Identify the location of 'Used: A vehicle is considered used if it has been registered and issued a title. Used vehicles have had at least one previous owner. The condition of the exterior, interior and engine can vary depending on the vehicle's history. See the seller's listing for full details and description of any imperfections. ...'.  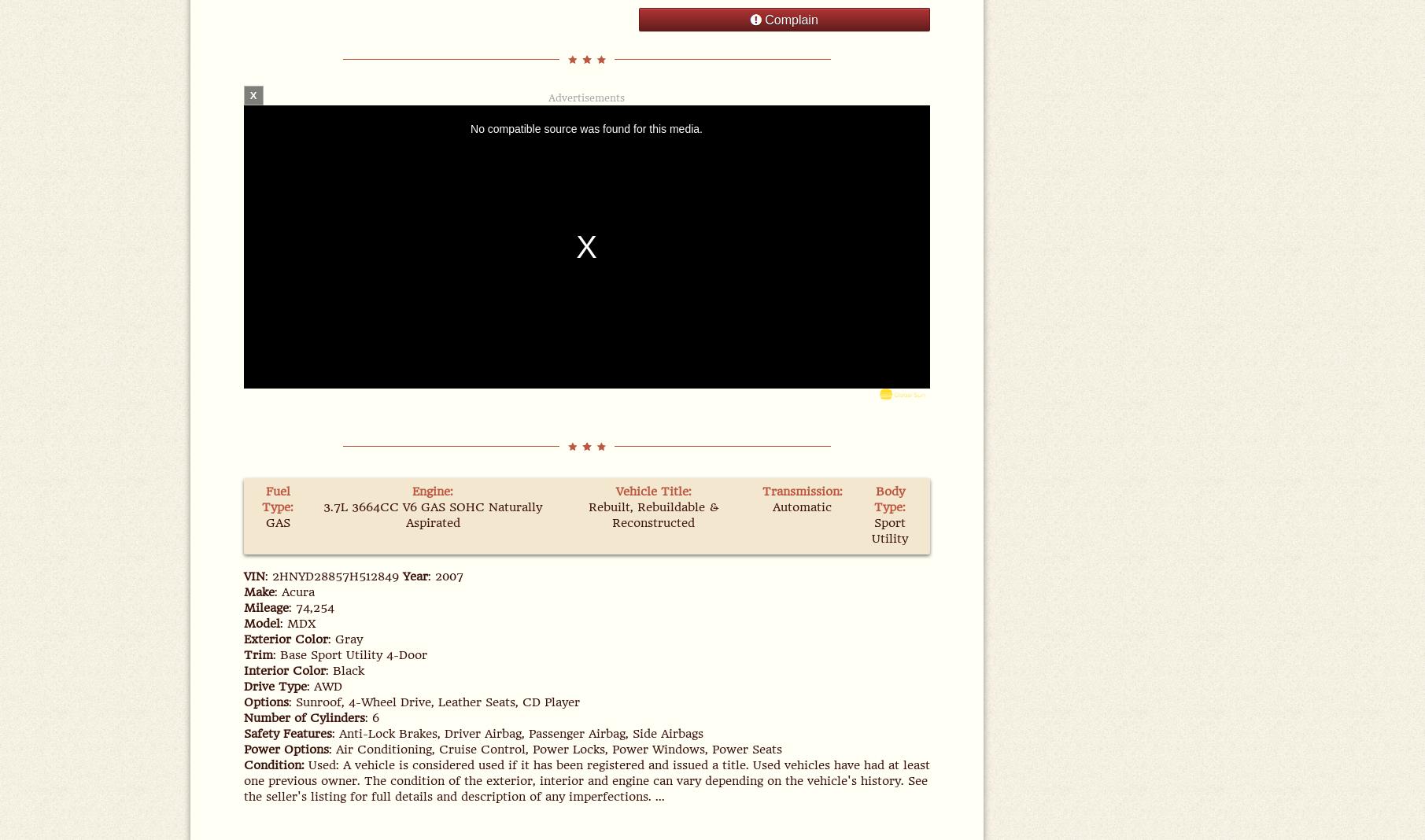
(242, 781).